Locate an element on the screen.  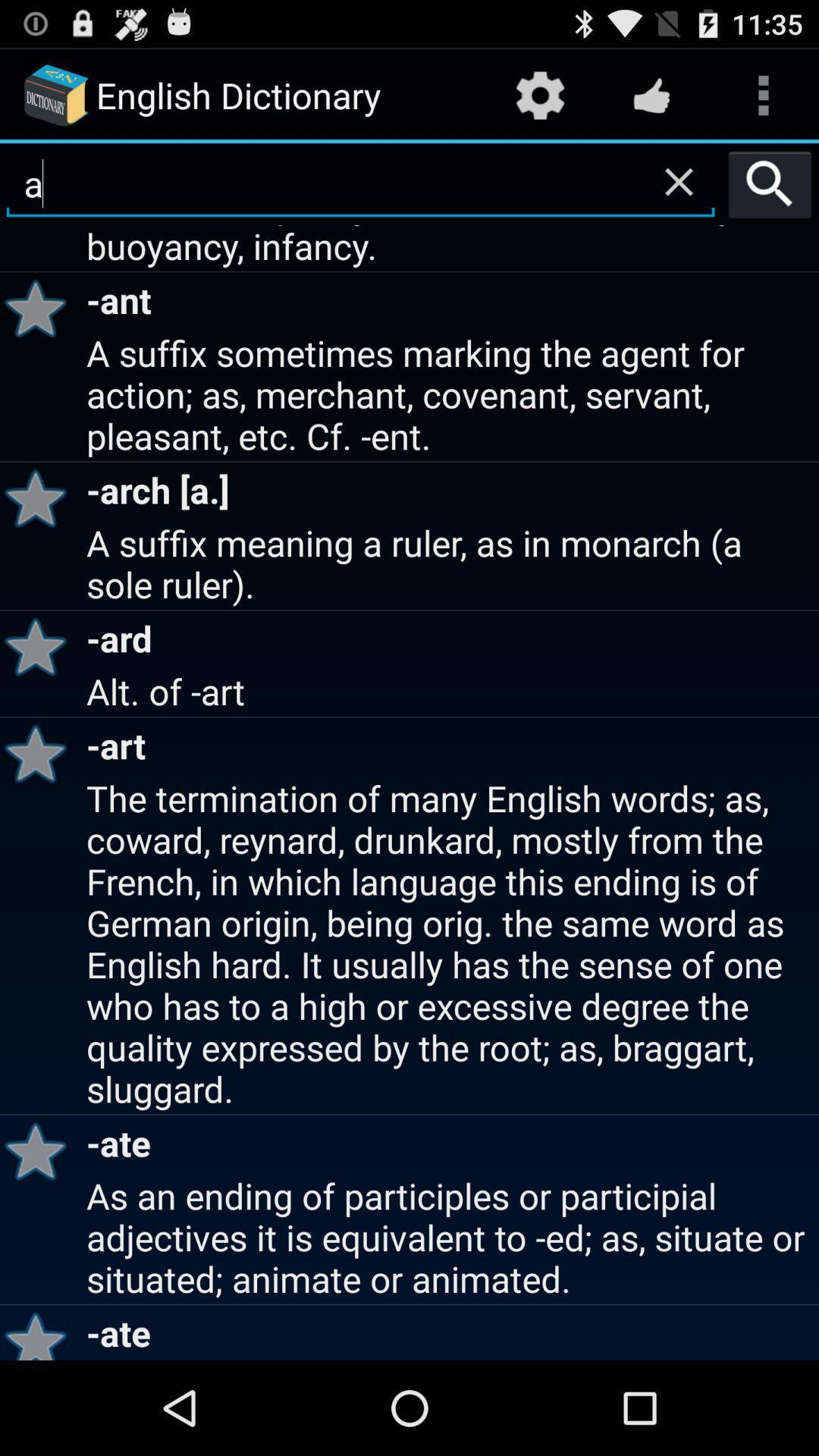
item next to the a is located at coordinates (770, 184).